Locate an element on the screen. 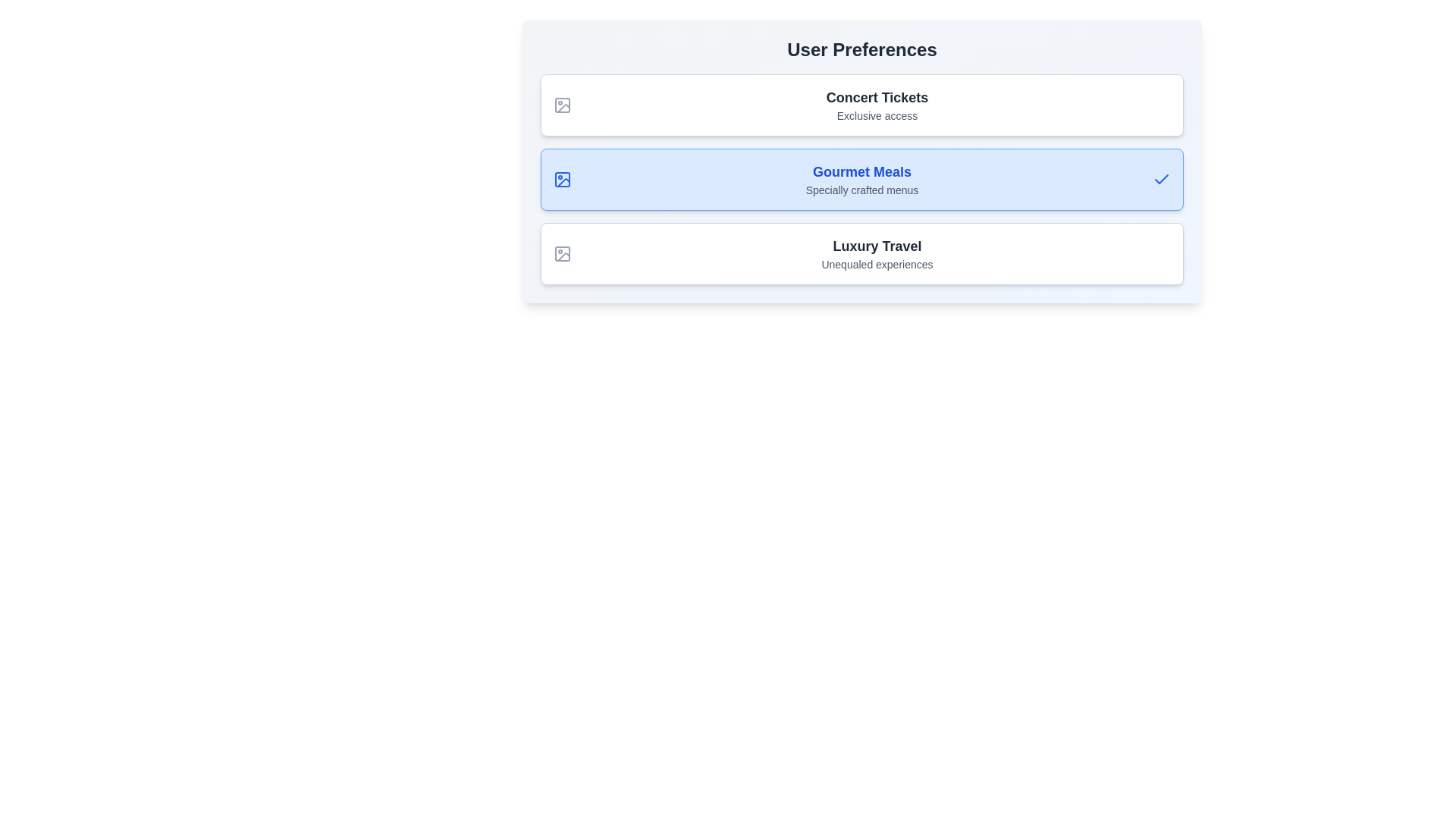  the preference item Gourmet Meals is located at coordinates (862, 178).